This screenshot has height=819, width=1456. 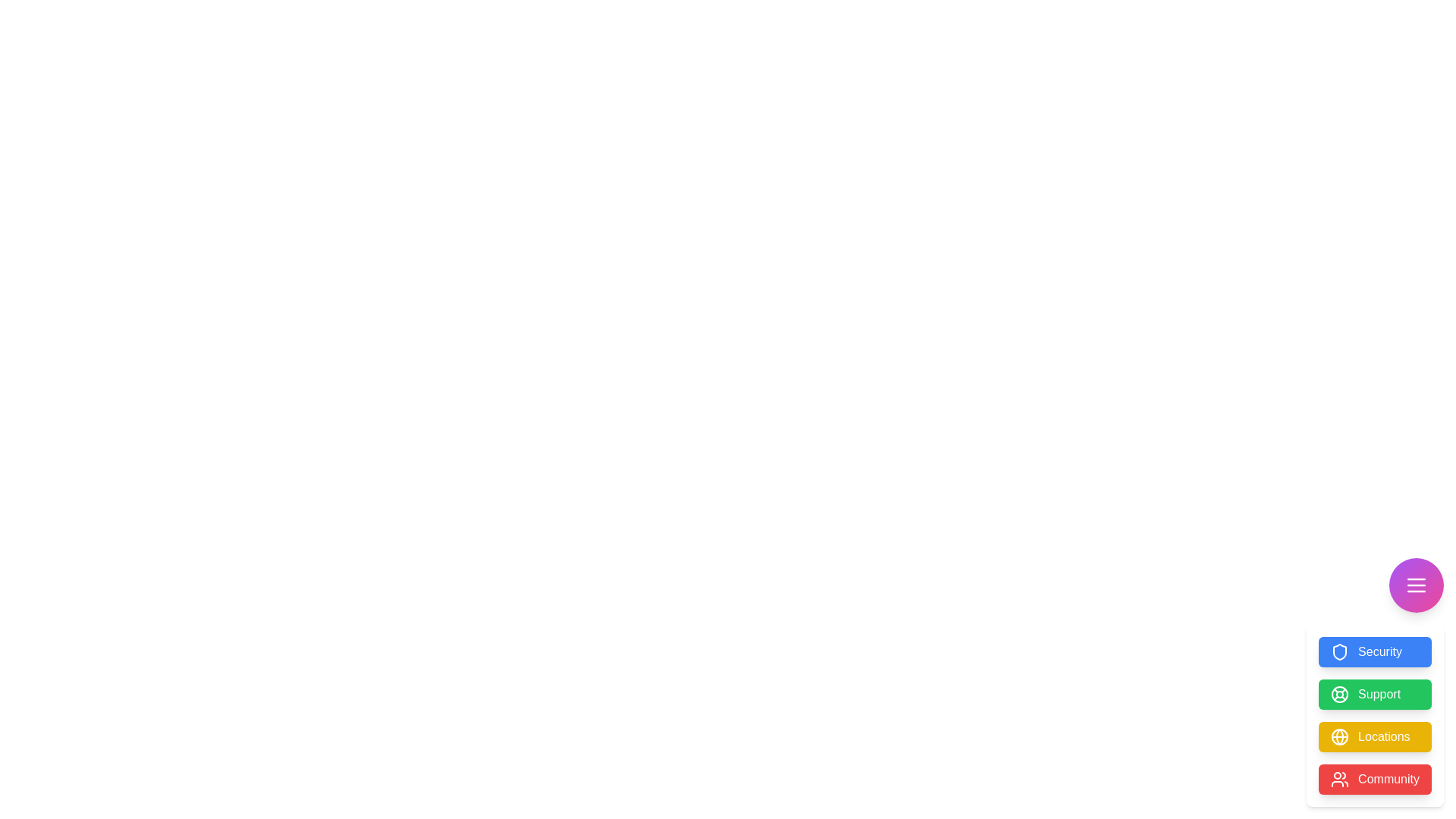 I want to click on the support button located below the 'Security' button and above the 'Locations' button in the vertical stack, so click(x=1379, y=694).